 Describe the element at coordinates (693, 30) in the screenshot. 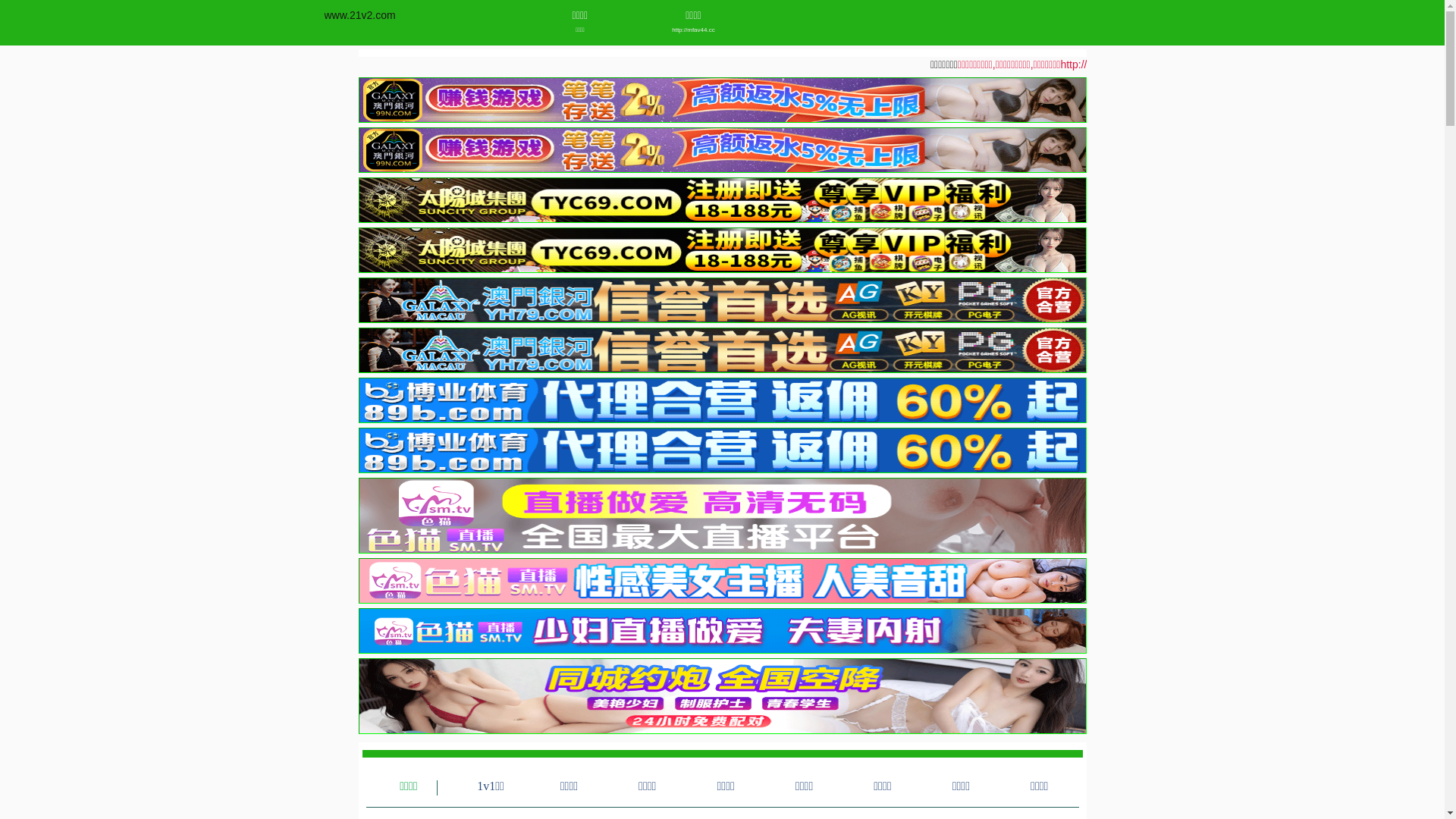

I see `'http://mfav44.cc'` at that location.